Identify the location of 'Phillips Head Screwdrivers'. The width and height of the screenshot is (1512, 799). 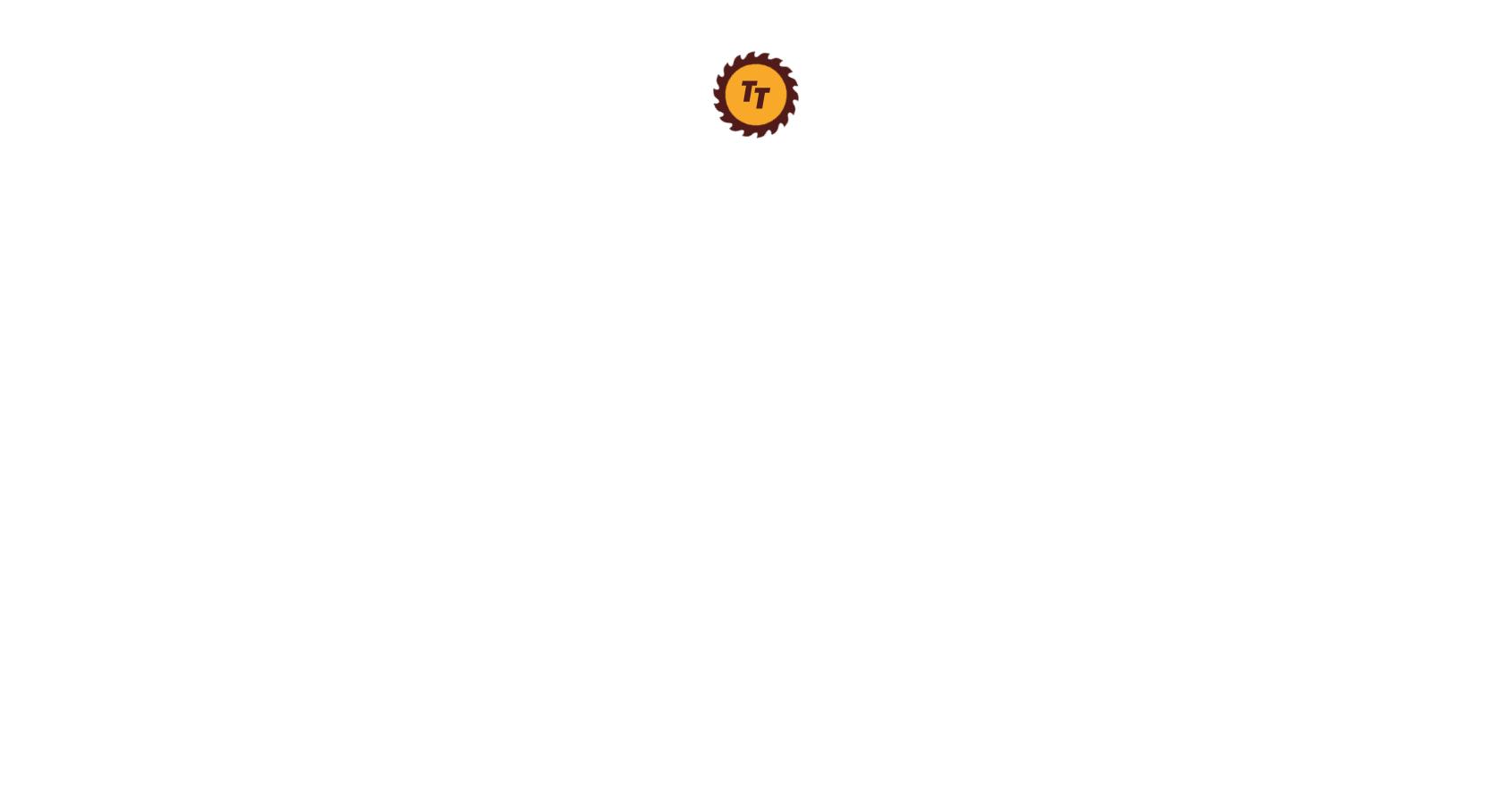
(569, 119).